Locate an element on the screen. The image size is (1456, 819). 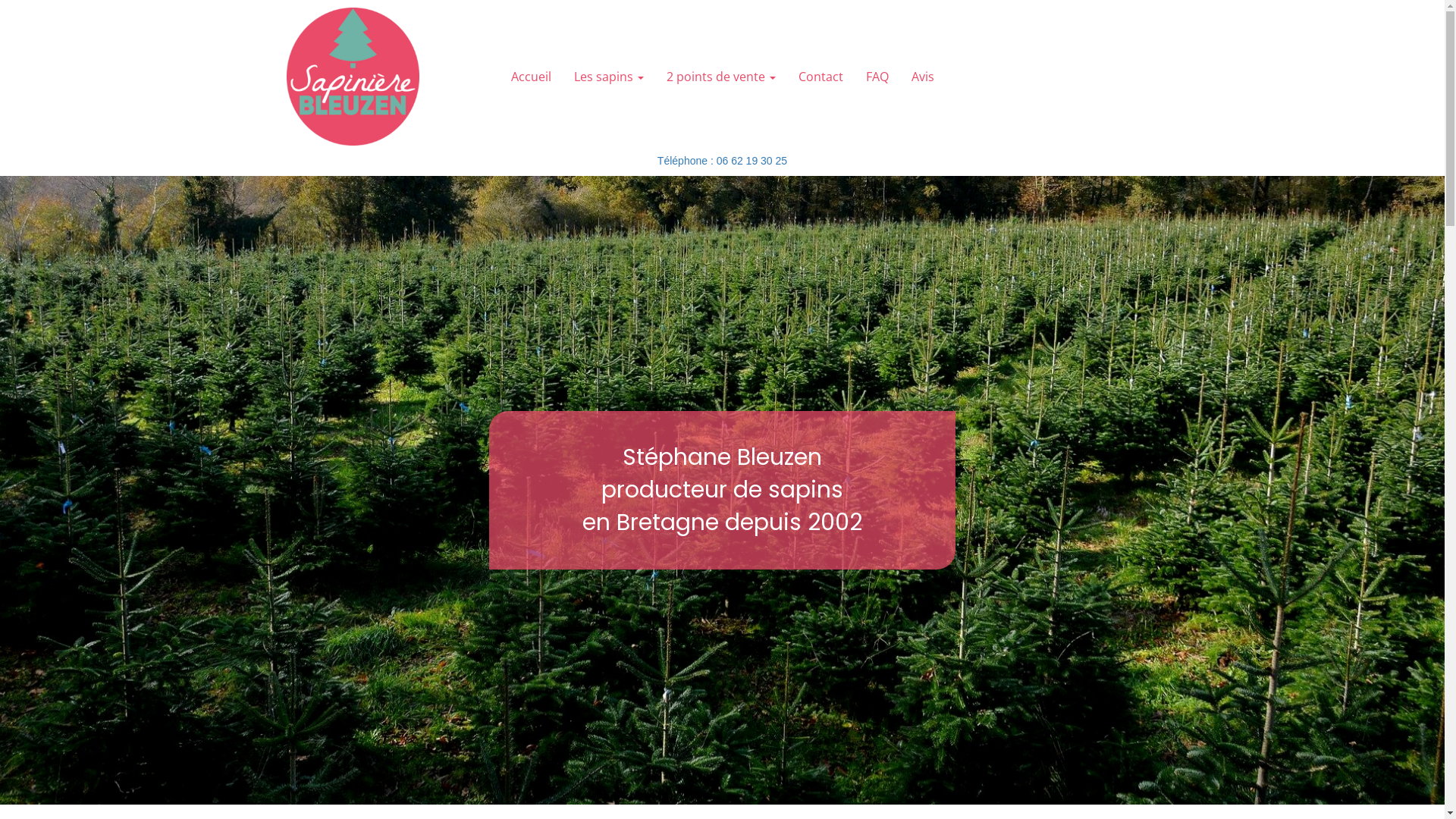
'Avis' is located at coordinates (921, 77).